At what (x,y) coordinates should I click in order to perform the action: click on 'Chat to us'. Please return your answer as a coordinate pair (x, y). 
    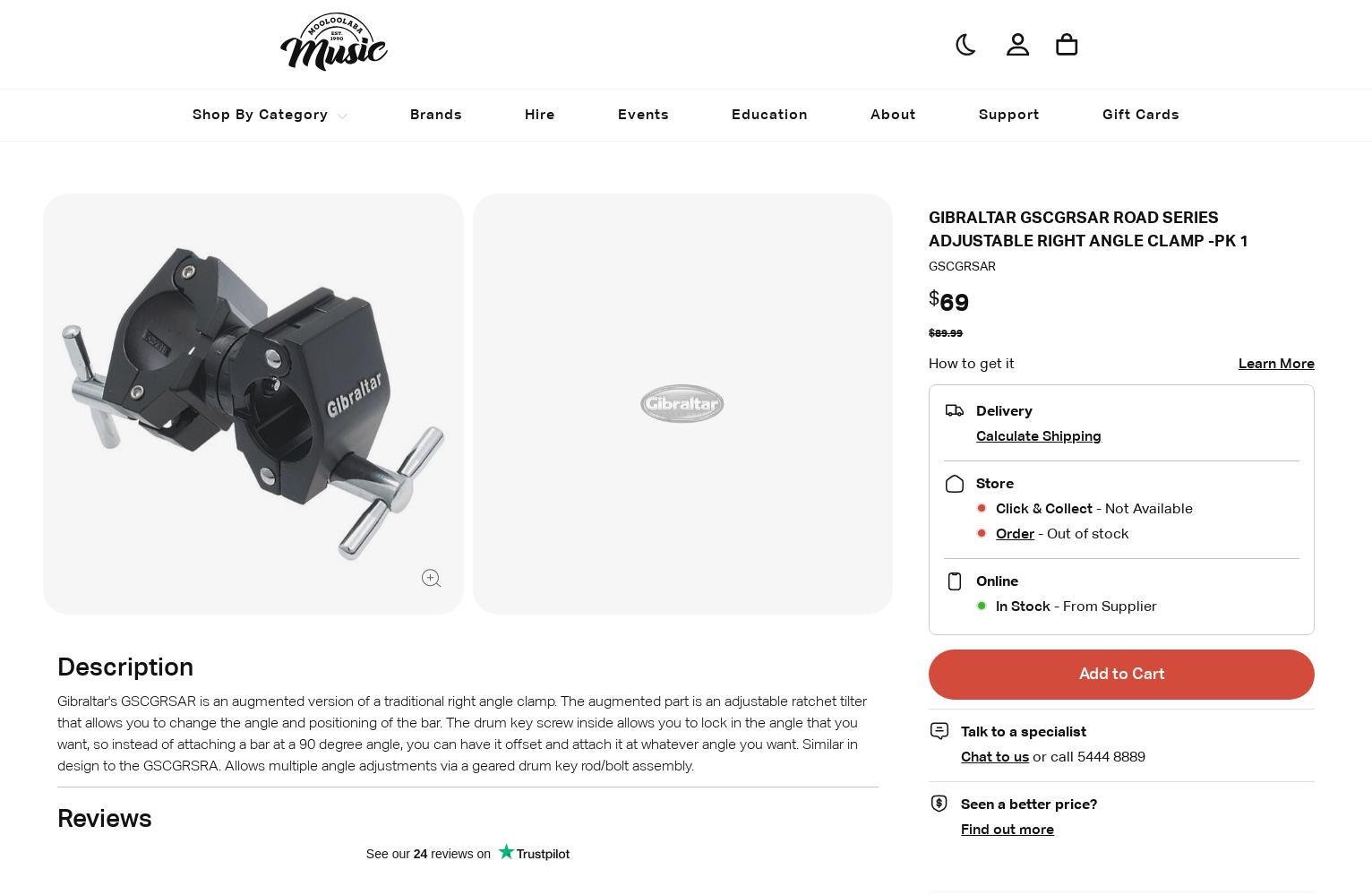
    Looking at the image, I should click on (994, 755).